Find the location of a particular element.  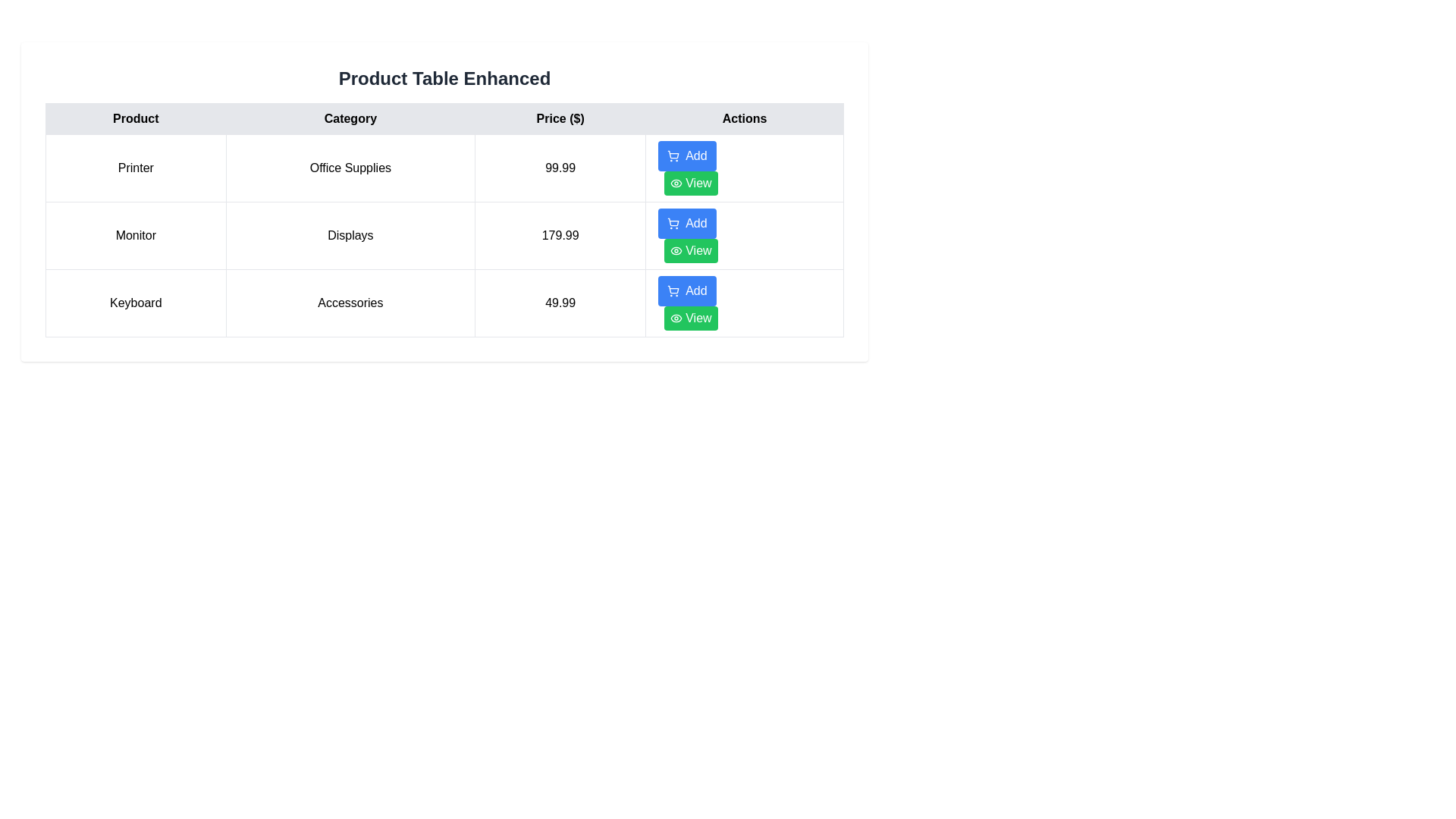

the first row of the 'Product Table Enhanced' that provides details about a specific product (Printer) is located at coordinates (444, 168).